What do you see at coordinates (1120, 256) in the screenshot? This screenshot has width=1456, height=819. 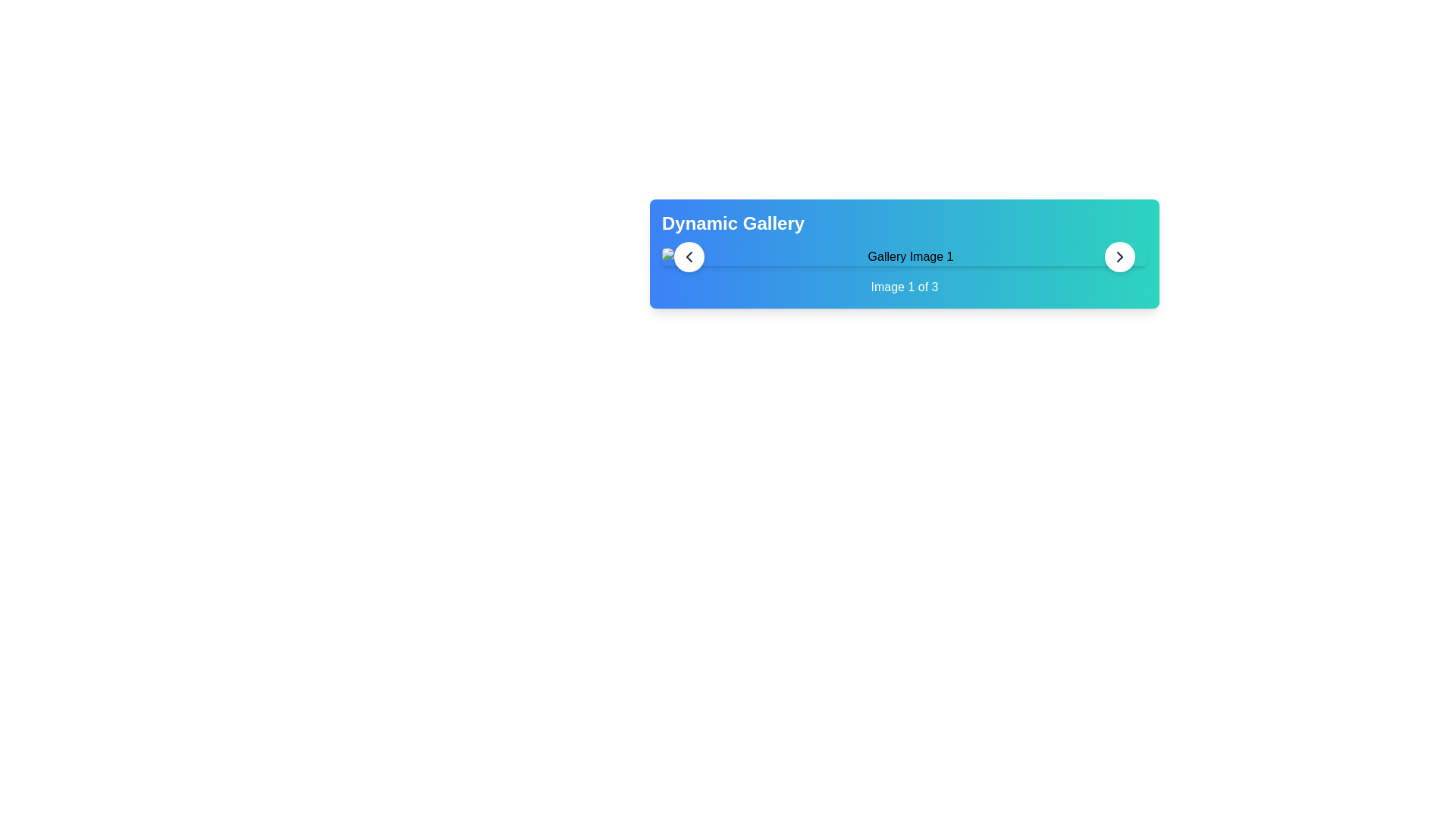 I see `the right-hand circle button icon` at bounding box center [1120, 256].